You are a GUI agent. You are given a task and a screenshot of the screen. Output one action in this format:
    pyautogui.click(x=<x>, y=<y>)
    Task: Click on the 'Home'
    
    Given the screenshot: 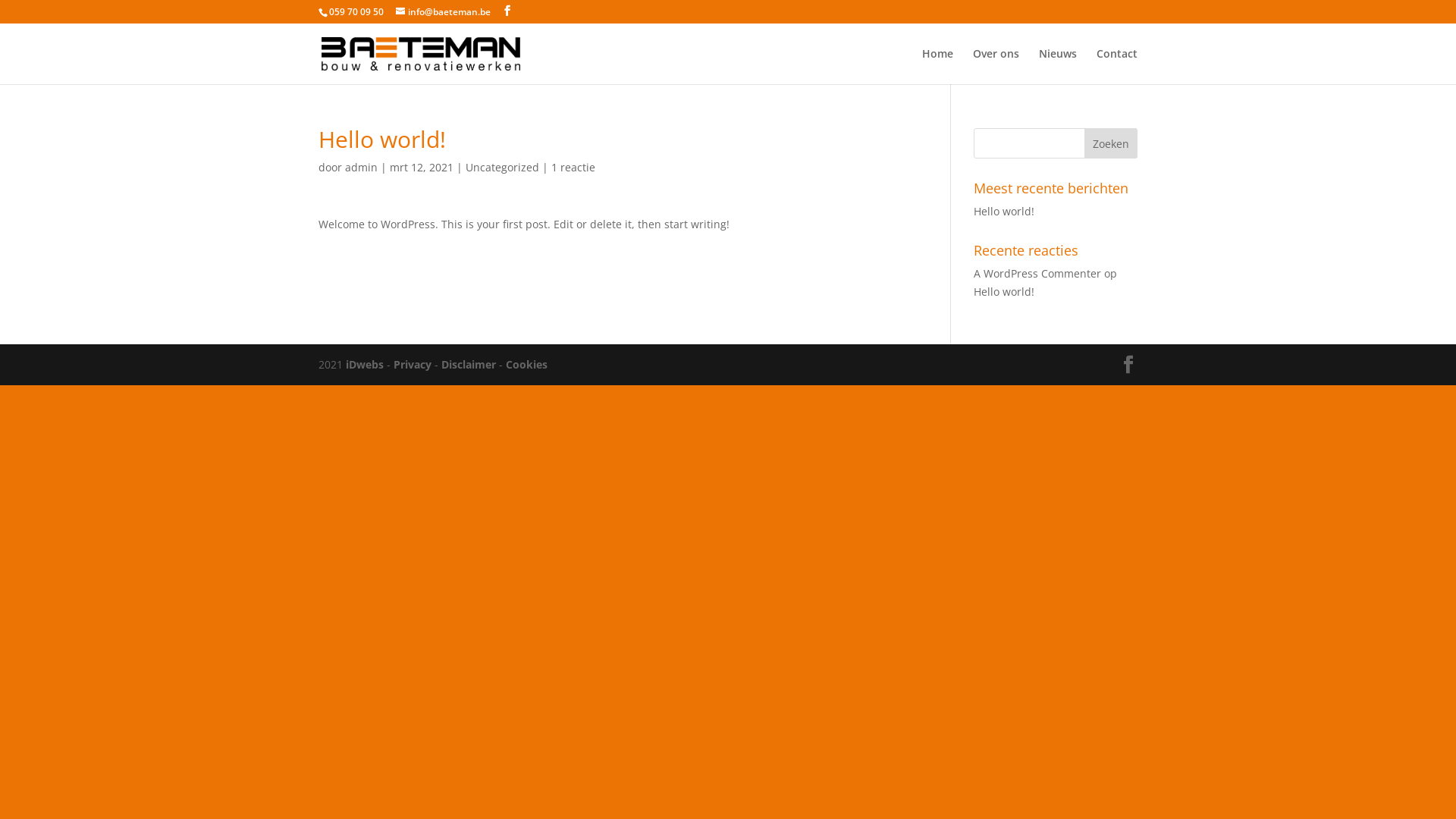 What is the action you would take?
    pyautogui.click(x=937, y=65)
    